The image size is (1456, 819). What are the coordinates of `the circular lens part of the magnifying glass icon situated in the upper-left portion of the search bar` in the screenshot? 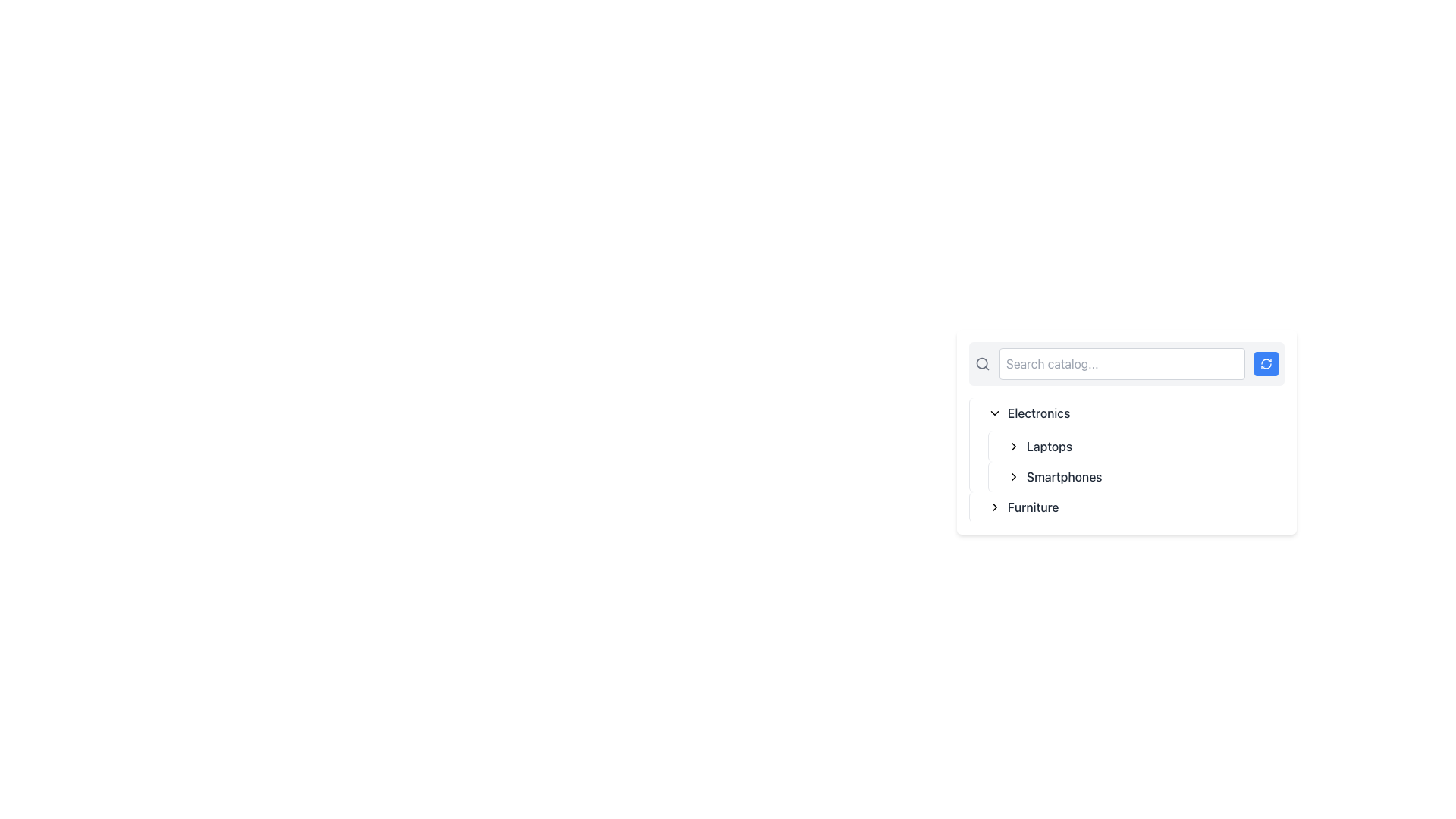 It's located at (982, 363).